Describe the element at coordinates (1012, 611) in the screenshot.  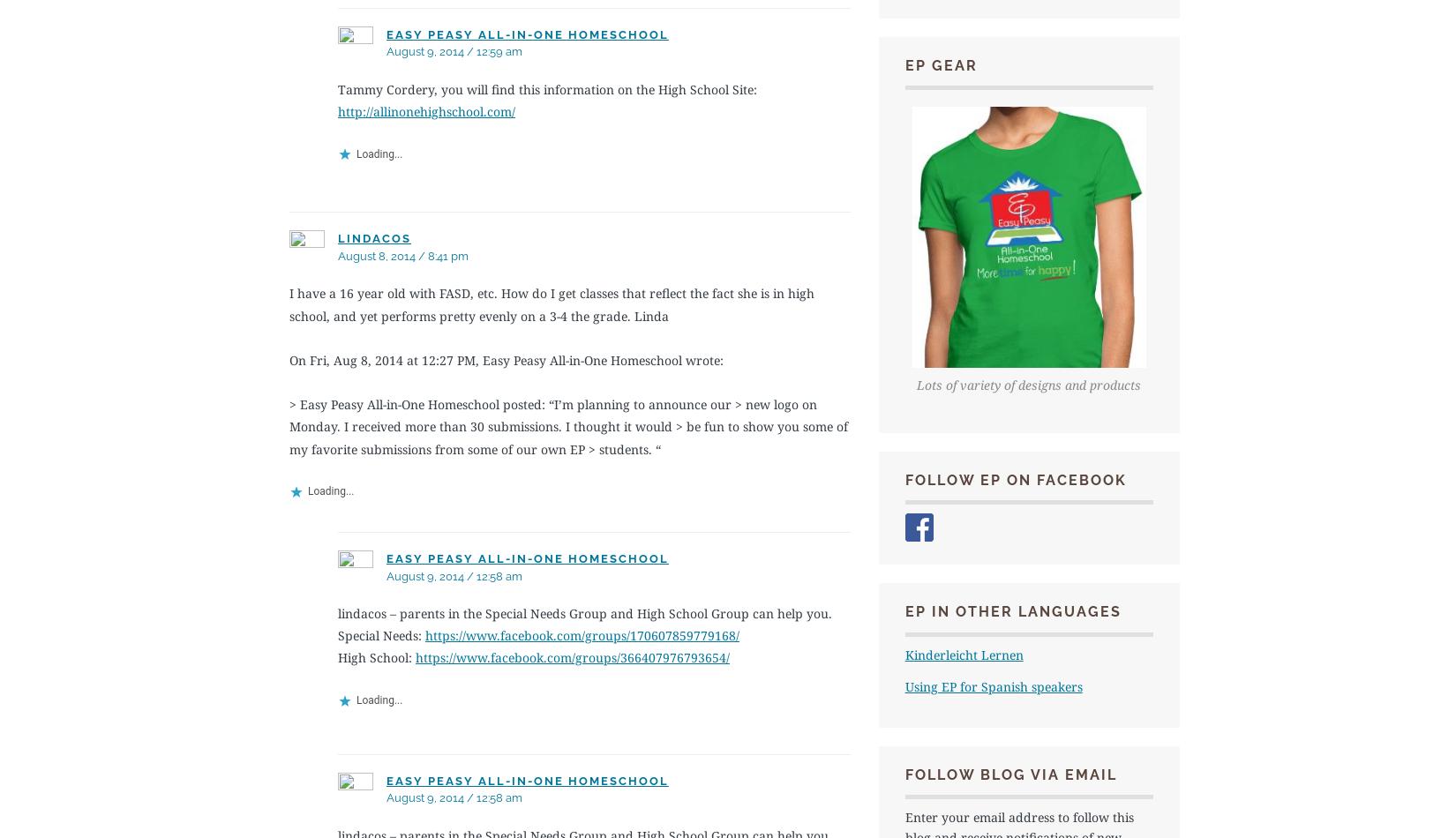
I see `'EP in Other Languages'` at that location.